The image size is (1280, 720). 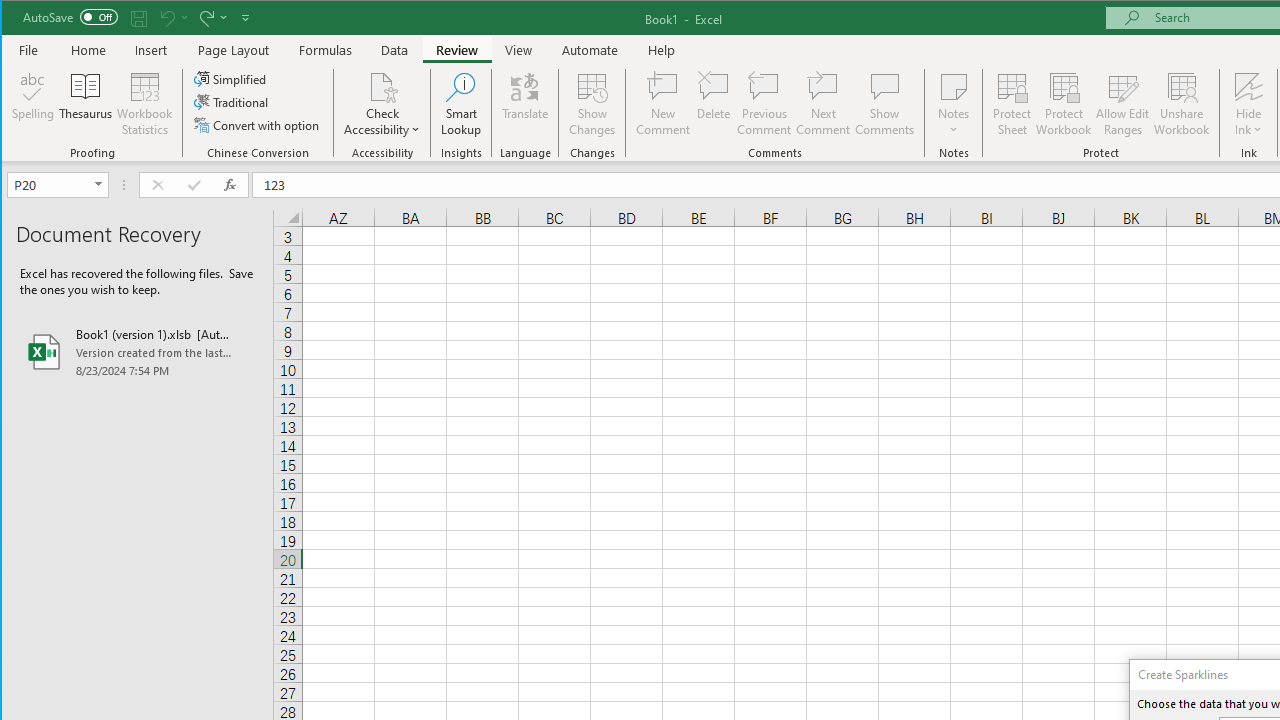 I want to click on 'Convert with option', so click(x=257, y=125).